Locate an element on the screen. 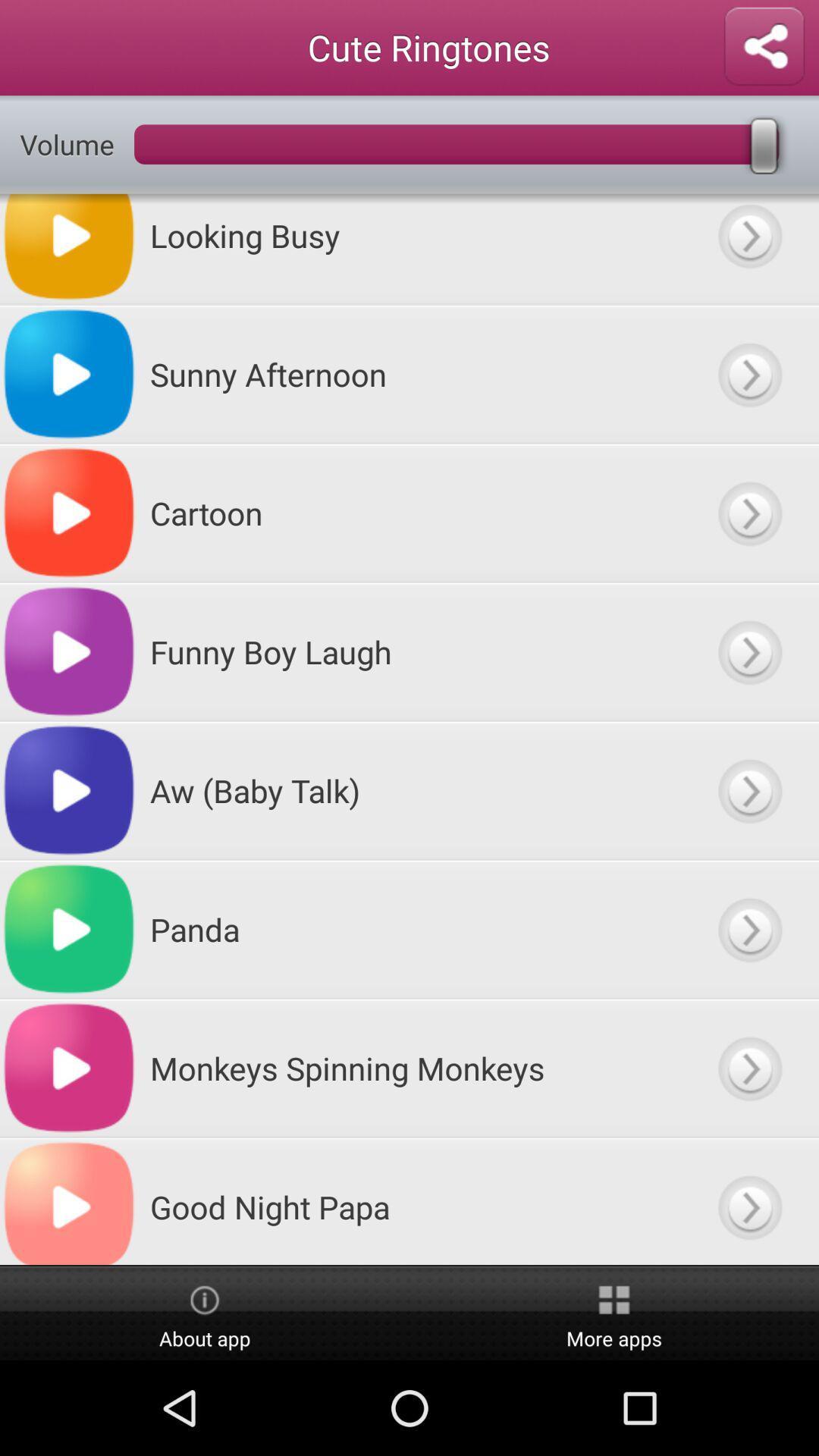 The height and width of the screenshot is (1456, 819). share the fill in seen is located at coordinates (764, 47).